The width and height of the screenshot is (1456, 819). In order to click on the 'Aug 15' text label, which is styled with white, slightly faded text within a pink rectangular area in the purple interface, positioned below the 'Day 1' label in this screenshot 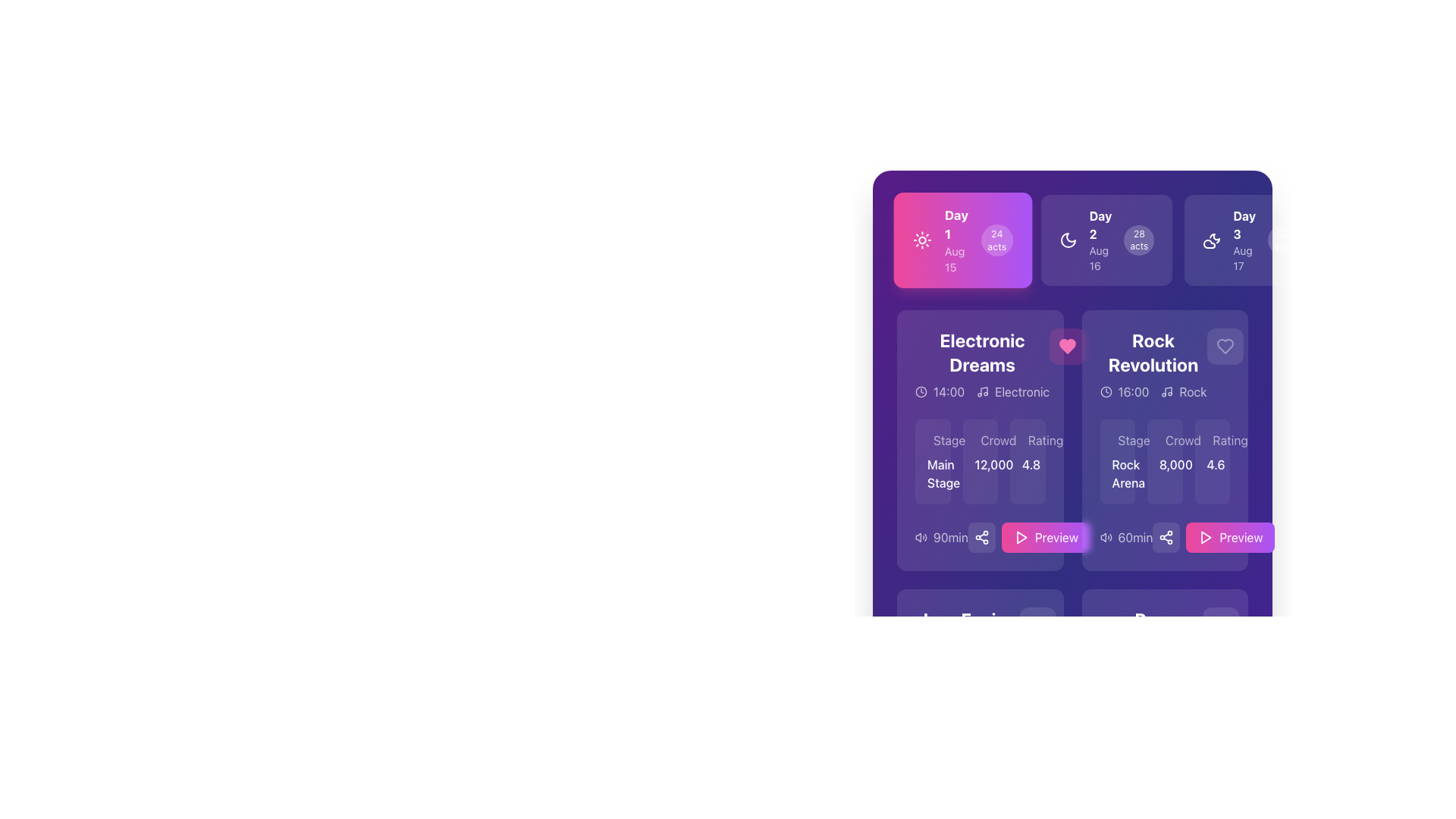, I will do `click(955, 259)`.